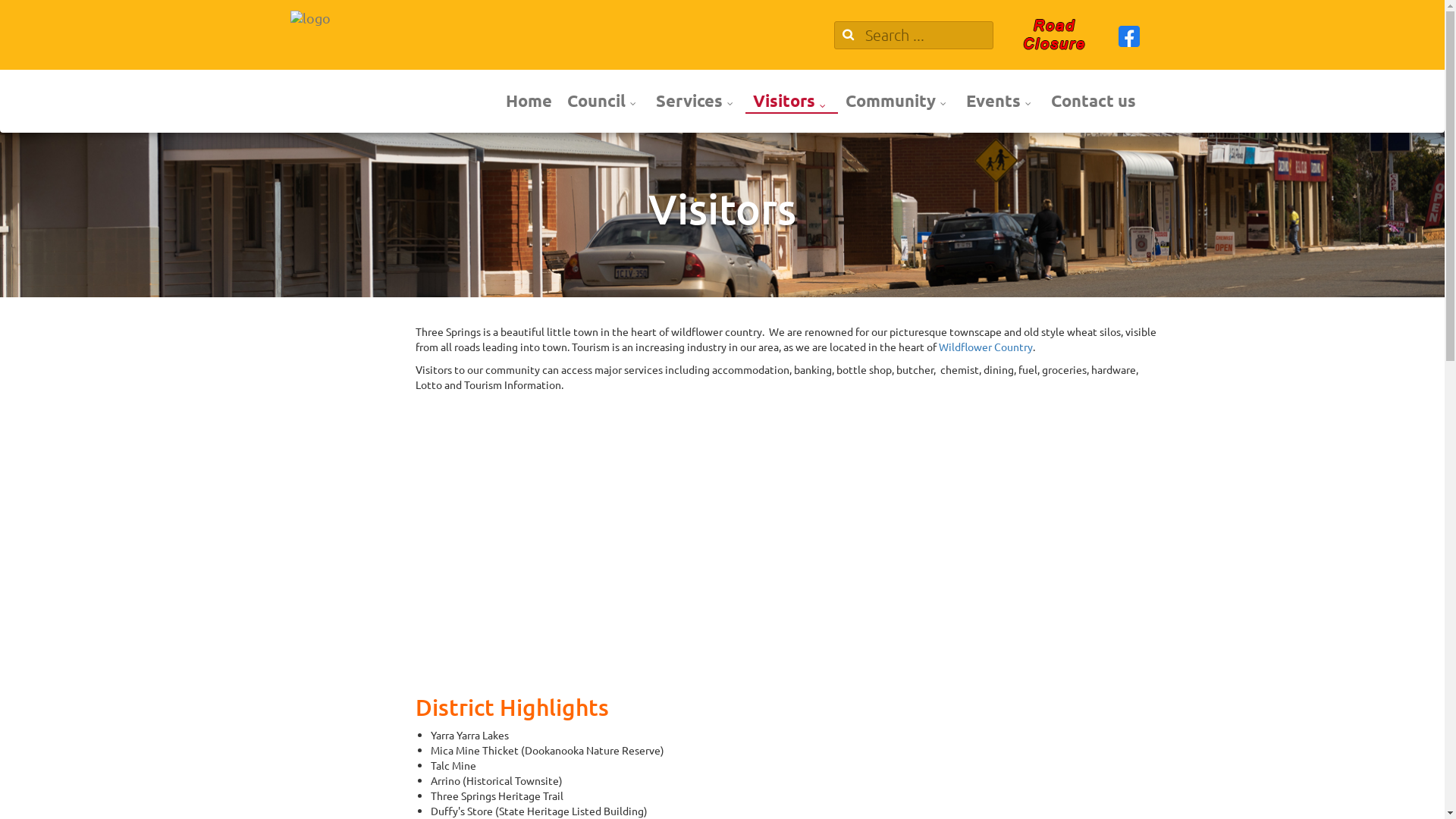 Image resolution: width=1456 pixels, height=819 pixels. What do you see at coordinates (986, 346) in the screenshot?
I see `'Wildflower Country'` at bounding box center [986, 346].